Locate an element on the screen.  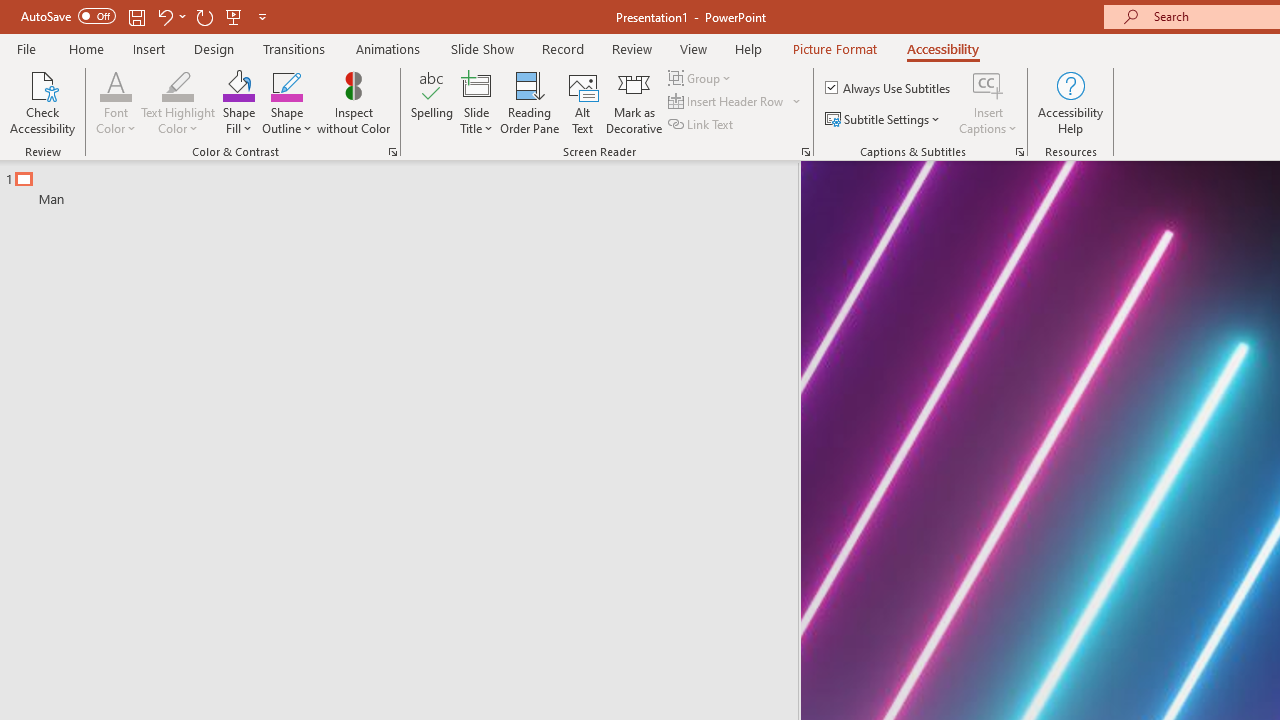
'Animations' is located at coordinates (388, 48).